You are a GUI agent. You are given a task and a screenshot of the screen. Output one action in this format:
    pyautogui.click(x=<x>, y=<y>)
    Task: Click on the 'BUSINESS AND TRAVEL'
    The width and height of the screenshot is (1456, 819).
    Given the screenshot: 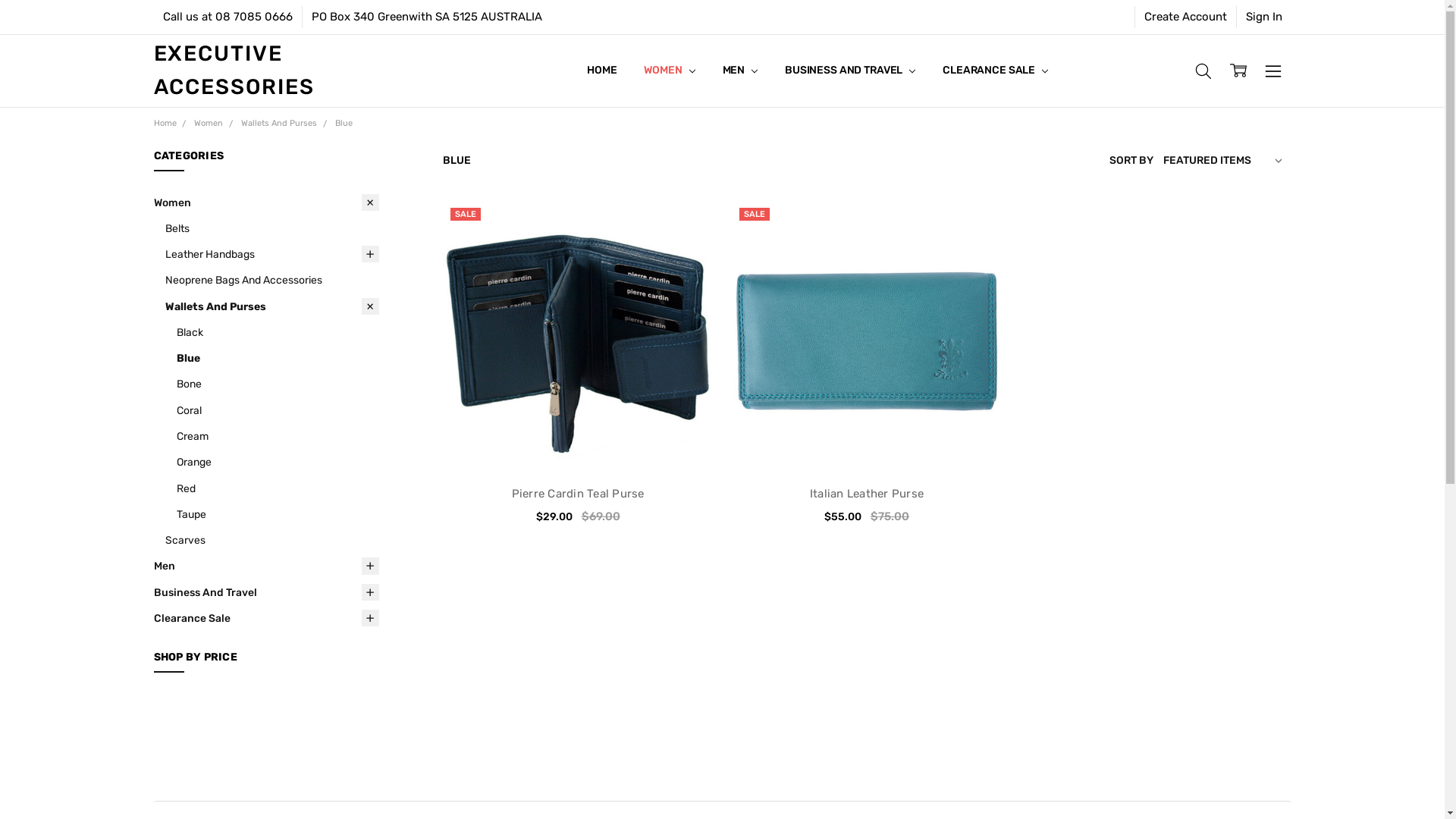 What is the action you would take?
    pyautogui.click(x=850, y=70)
    